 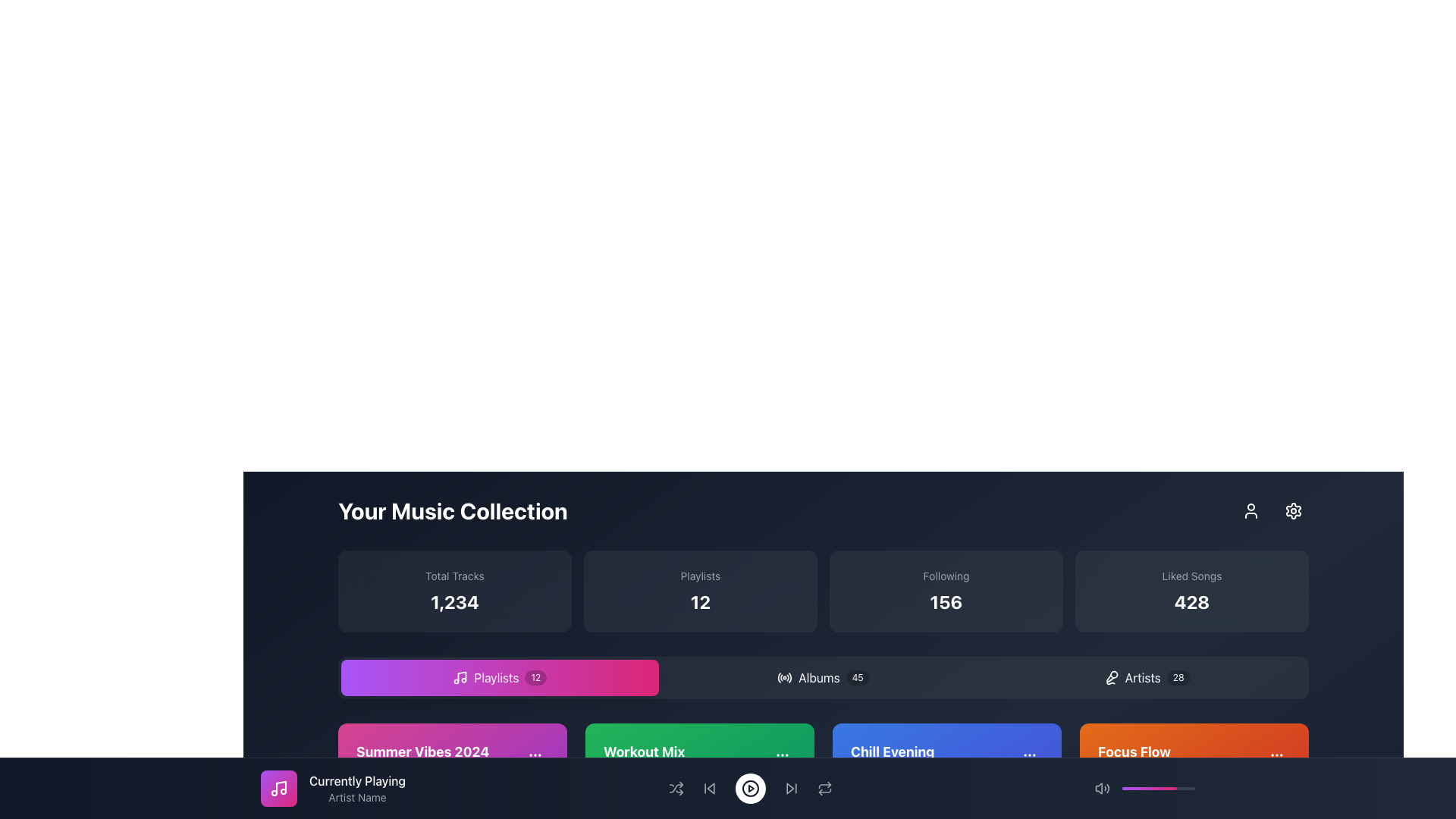 What do you see at coordinates (1134, 752) in the screenshot?
I see `text displayed on the 'Focus Flow' playlist title label, which is centered within its orange backgrounded card located in the bottom-right corner of the playlist grid` at bounding box center [1134, 752].